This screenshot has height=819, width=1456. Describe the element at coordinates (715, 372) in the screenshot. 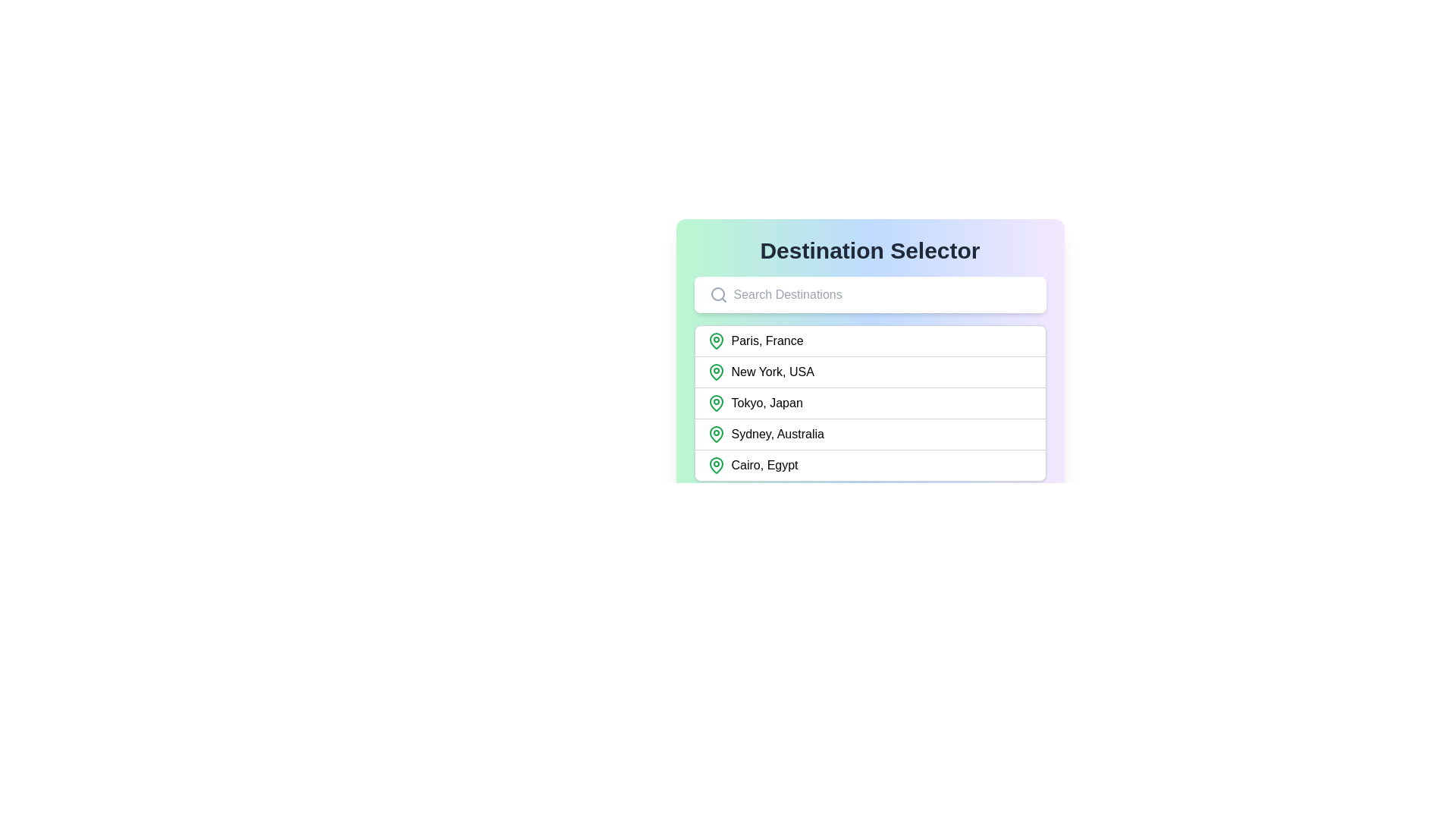

I see `the location pin icon with a green outline and white inner background, which is the leading icon in the second row labeled 'New York, USA'` at that location.